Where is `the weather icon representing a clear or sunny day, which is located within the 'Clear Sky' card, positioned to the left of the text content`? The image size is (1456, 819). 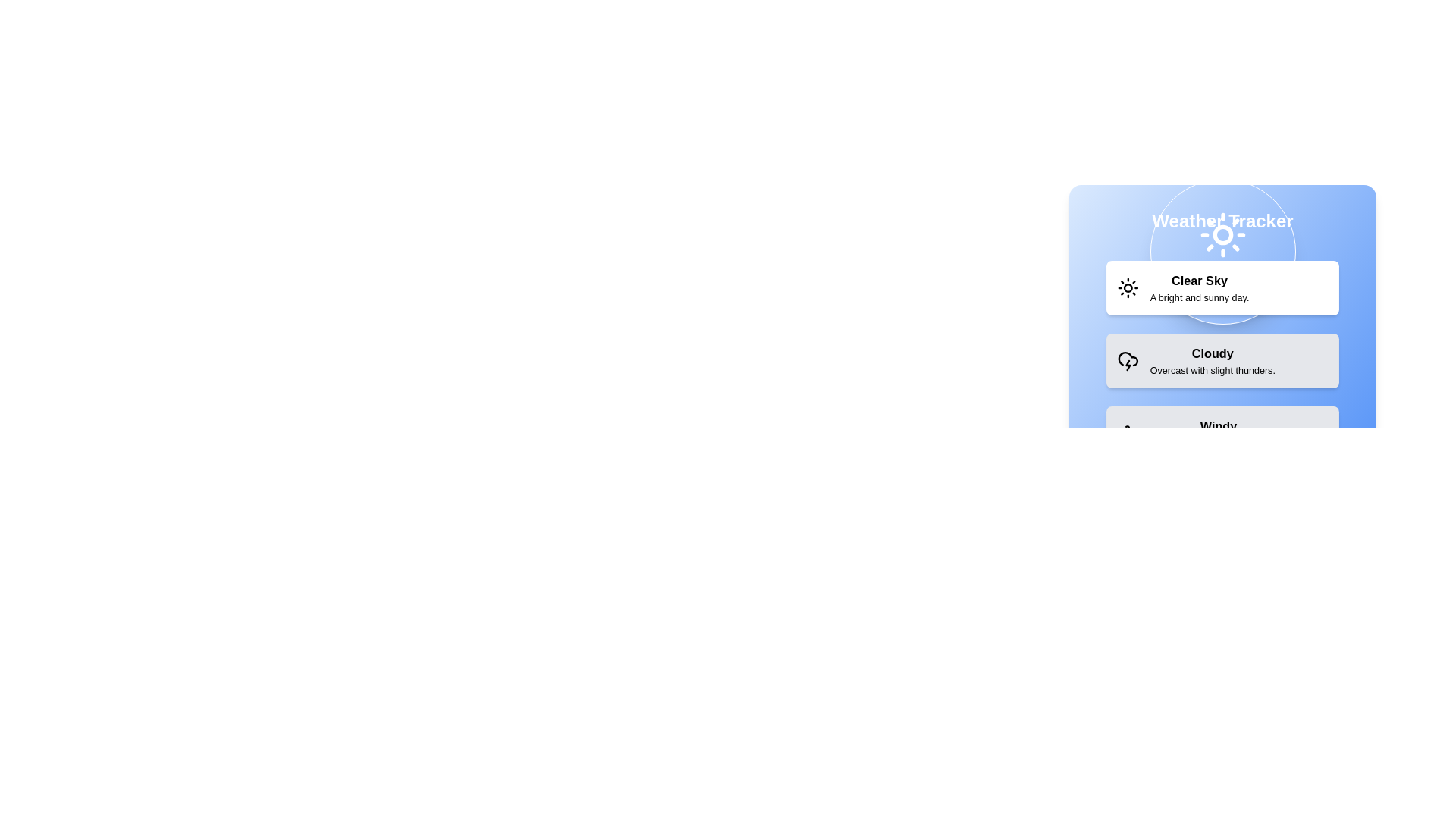 the weather icon representing a clear or sunny day, which is located within the 'Clear Sky' card, positioned to the left of the text content is located at coordinates (1128, 288).